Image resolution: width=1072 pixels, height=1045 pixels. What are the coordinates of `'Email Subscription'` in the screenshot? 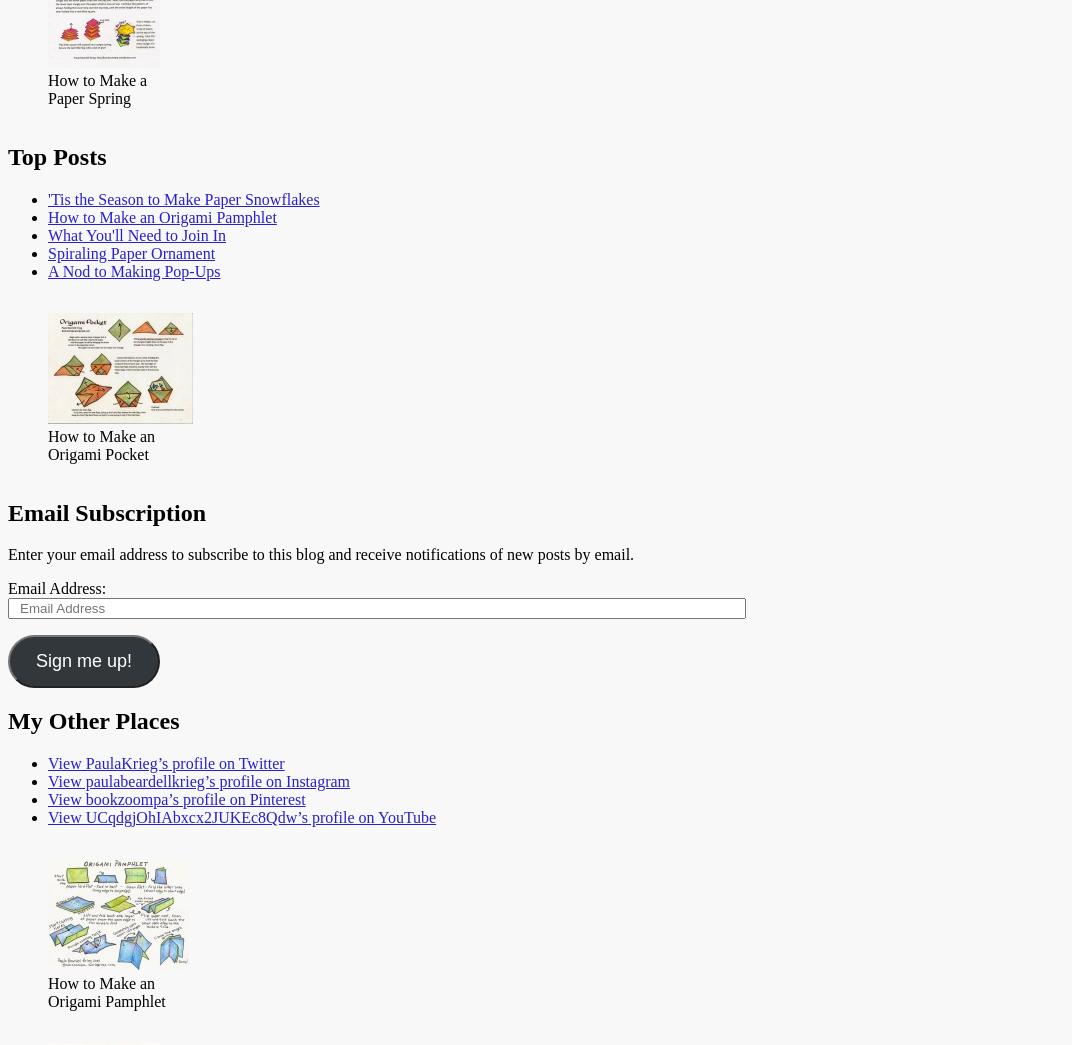 It's located at (106, 511).